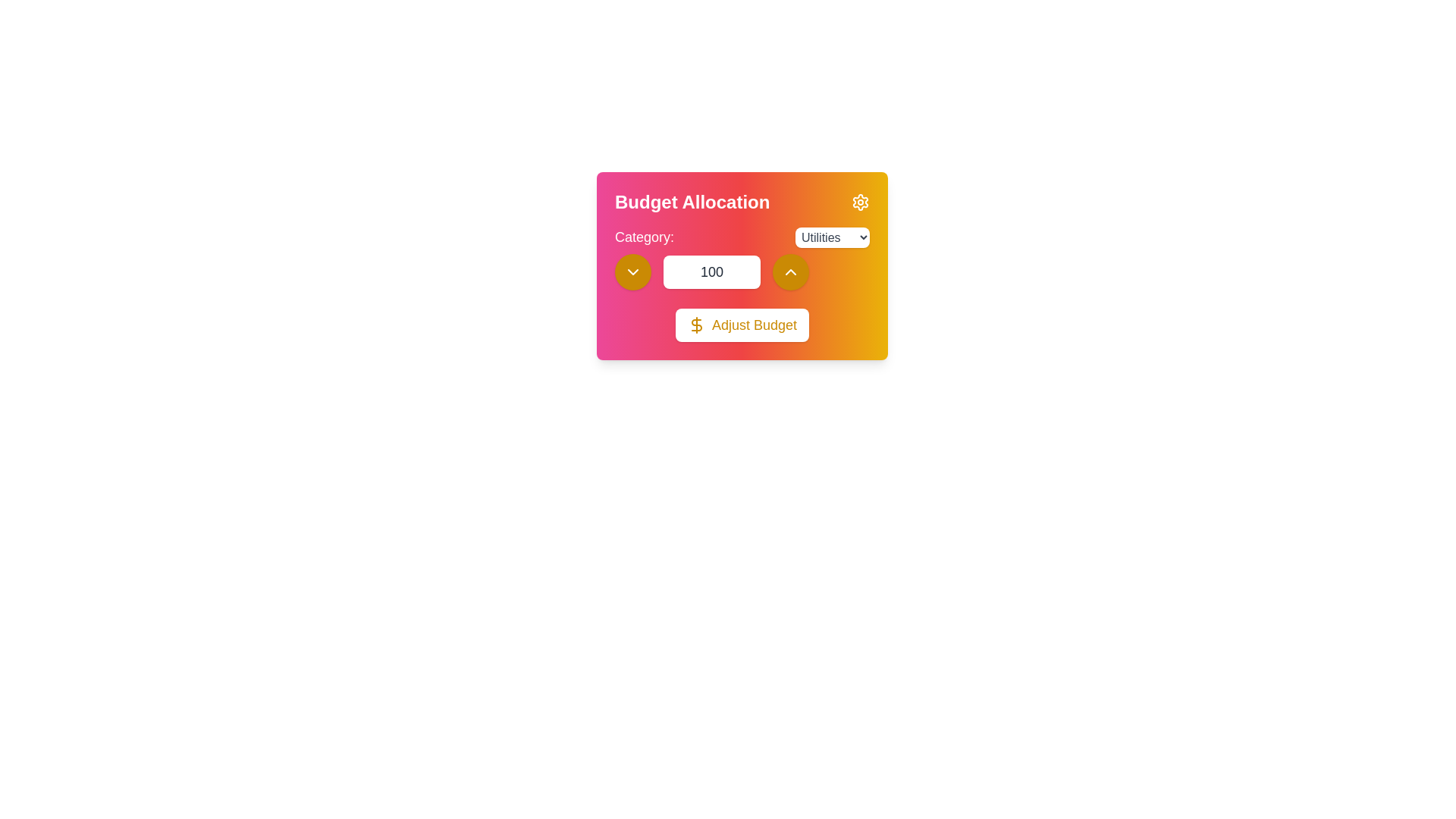  What do you see at coordinates (644, 237) in the screenshot?
I see `the label displaying 'Category:' which is aligned to the left of the dropdown menu under 'Budget Allocation'` at bounding box center [644, 237].